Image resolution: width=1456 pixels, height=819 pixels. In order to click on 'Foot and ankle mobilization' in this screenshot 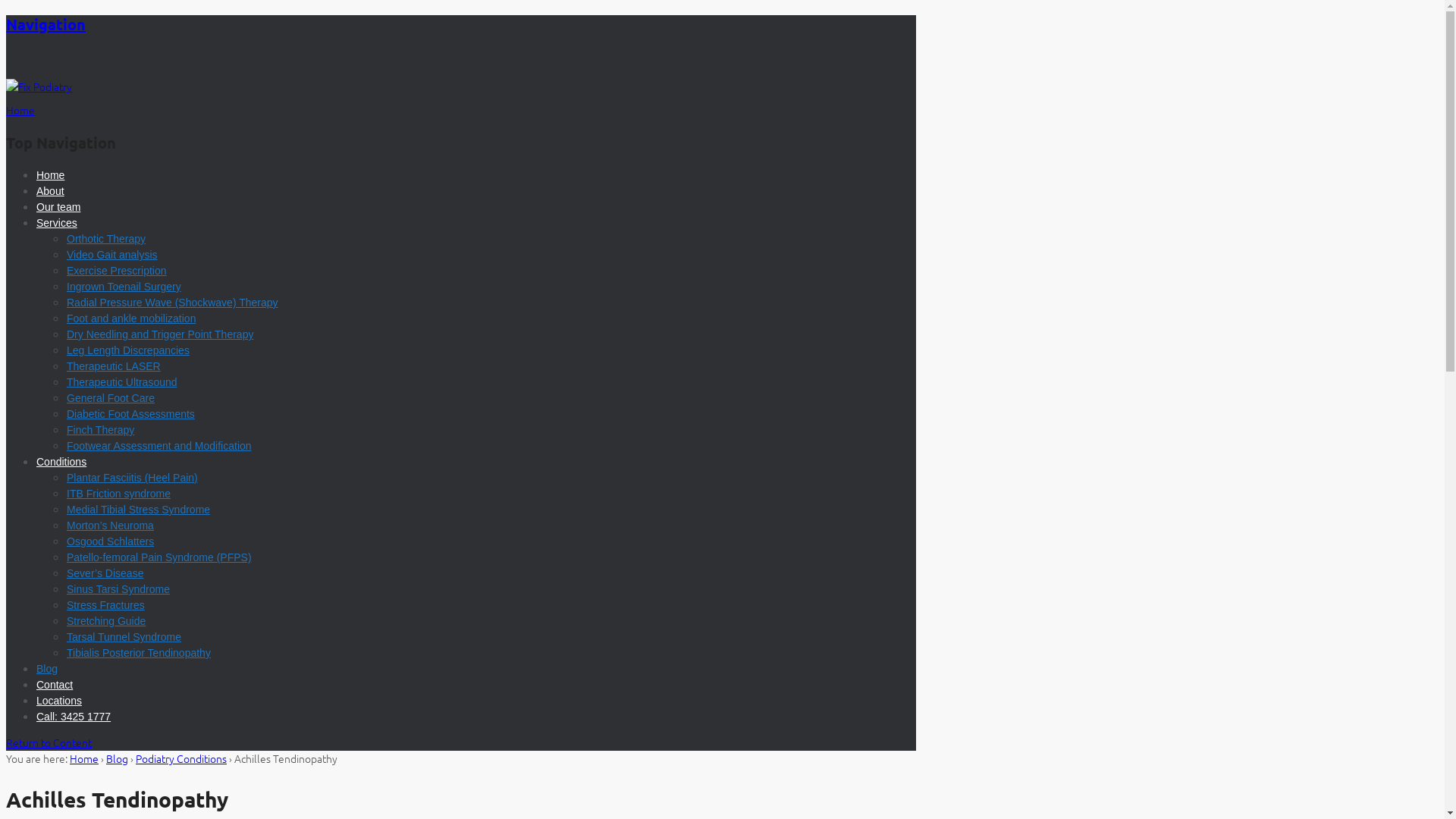, I will do `click(130, 318)`.